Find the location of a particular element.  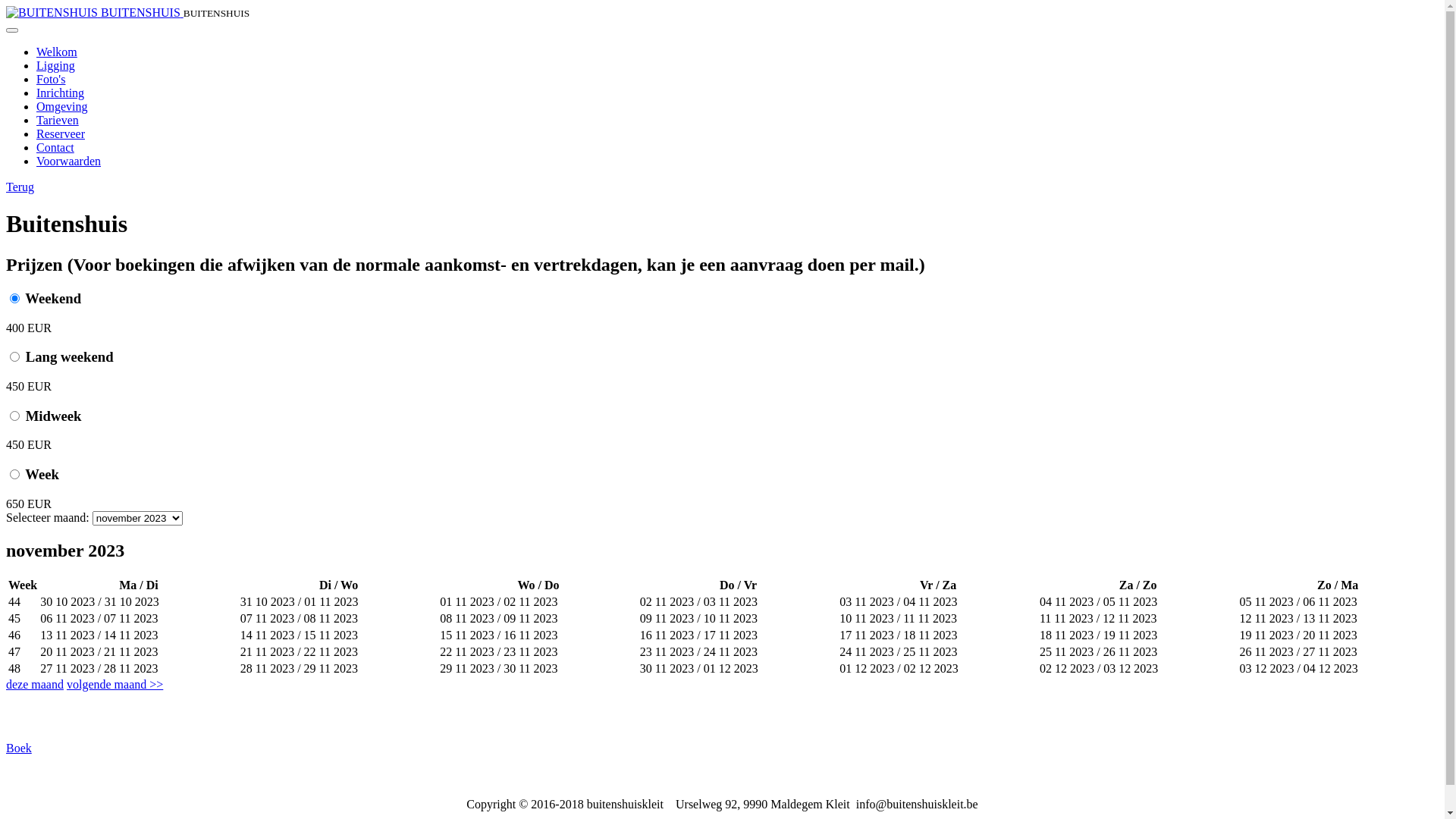

'Terug' is located at coordinates (6, 186).